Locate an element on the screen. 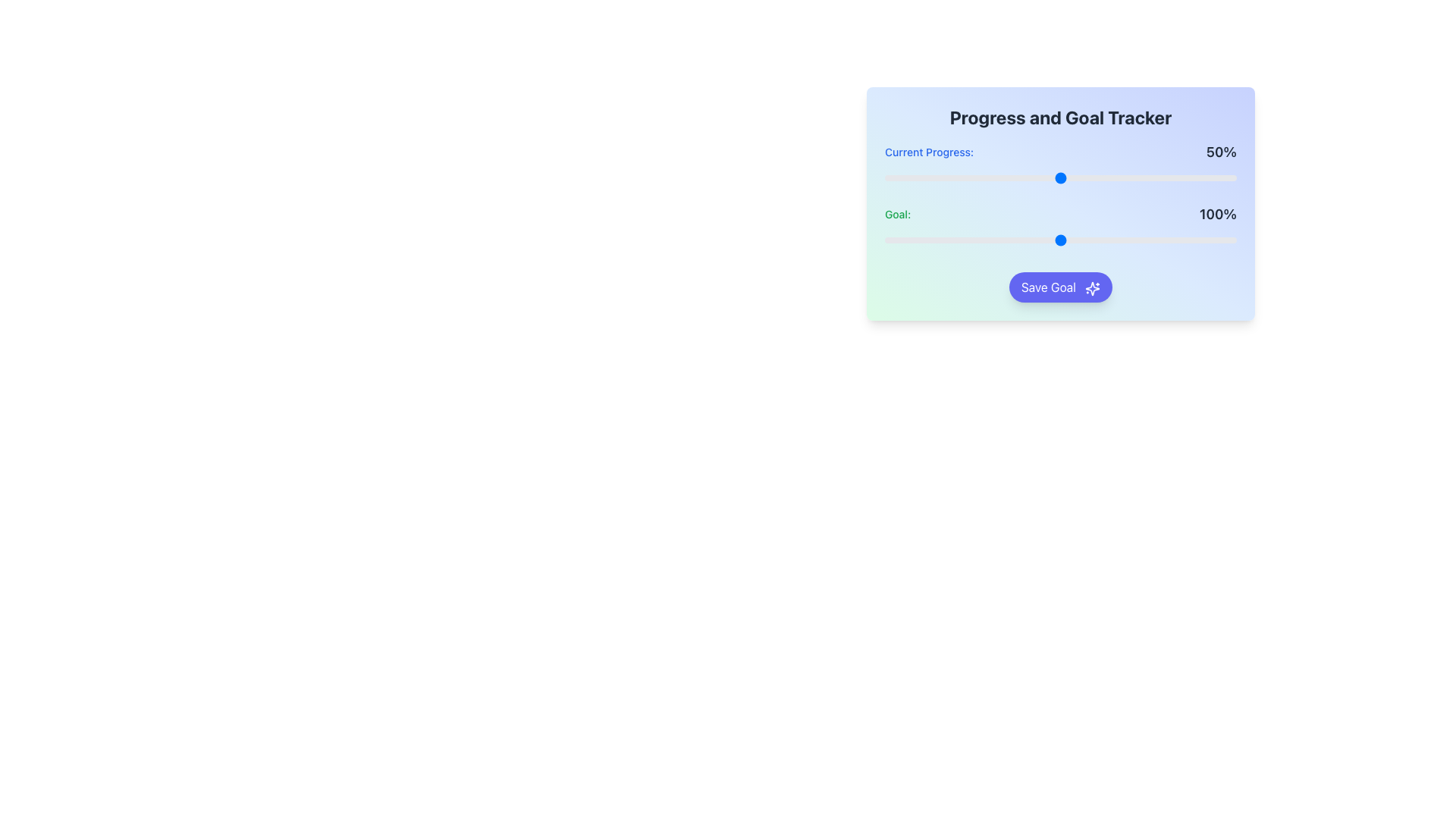 The width and height of the screenshot is (1456, 819). the decorative action-confirmation icon within the 'Save Goal' button located at the bottom-right of the 'Progress and Goal Tracker' card is located at coordinates (1093, 288).